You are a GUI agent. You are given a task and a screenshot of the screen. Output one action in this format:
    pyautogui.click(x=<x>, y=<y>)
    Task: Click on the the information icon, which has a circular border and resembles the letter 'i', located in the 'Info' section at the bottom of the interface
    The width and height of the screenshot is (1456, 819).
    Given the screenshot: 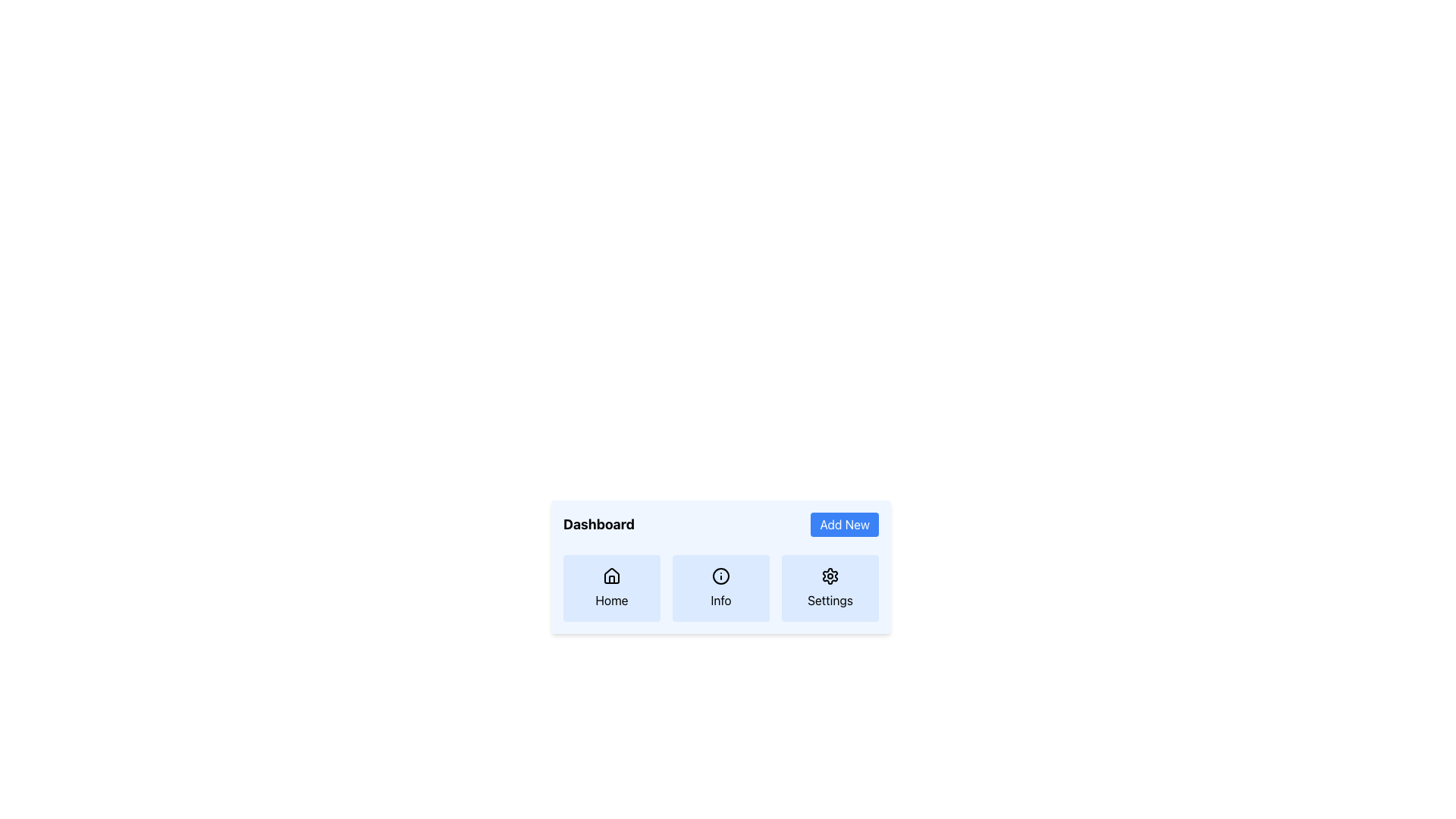 What is the action you would take?
    pyautogui.click(x=720, y=576)
    